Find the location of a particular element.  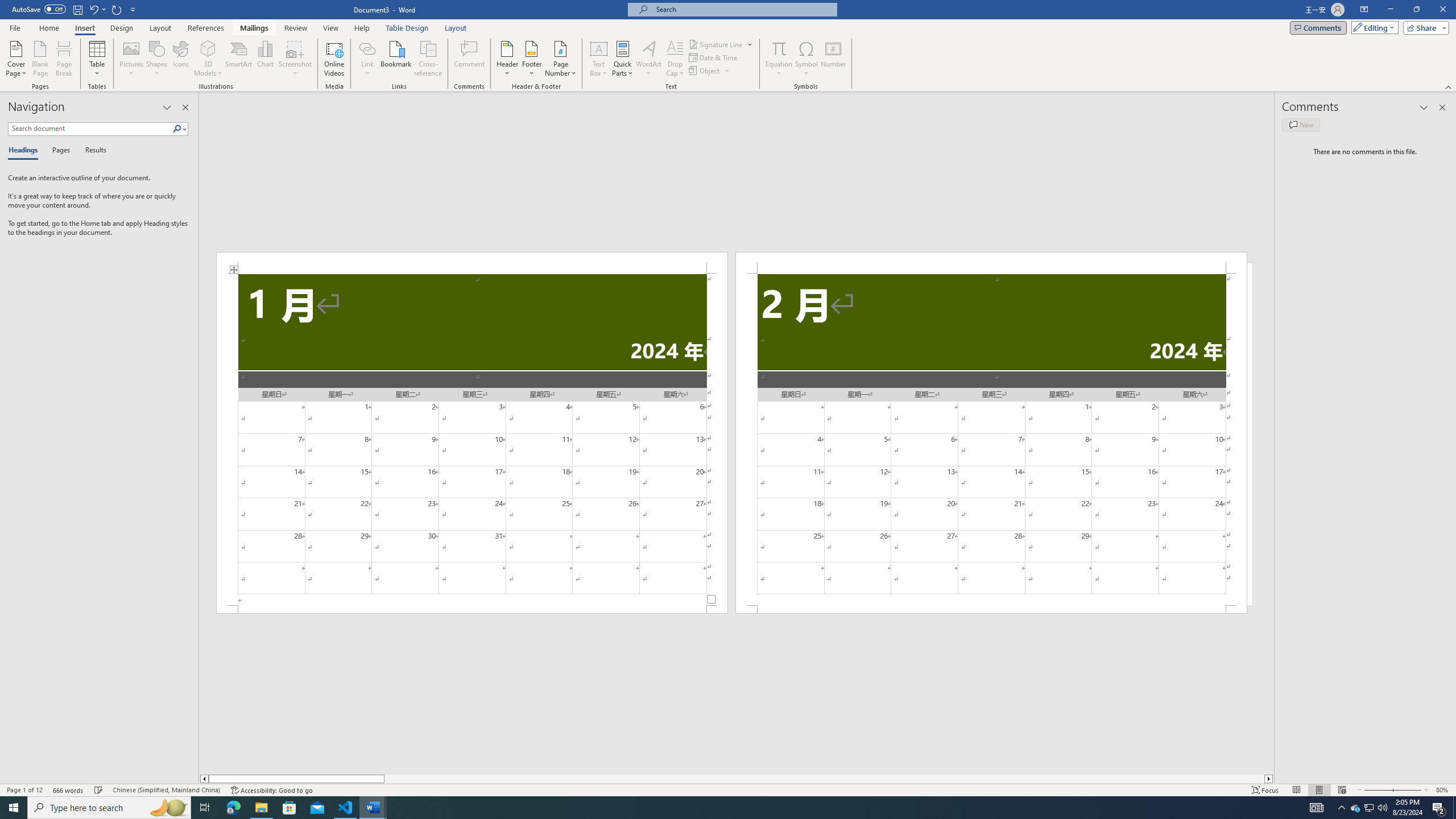

'Bookmark...' is located at coordinates (396, 59).